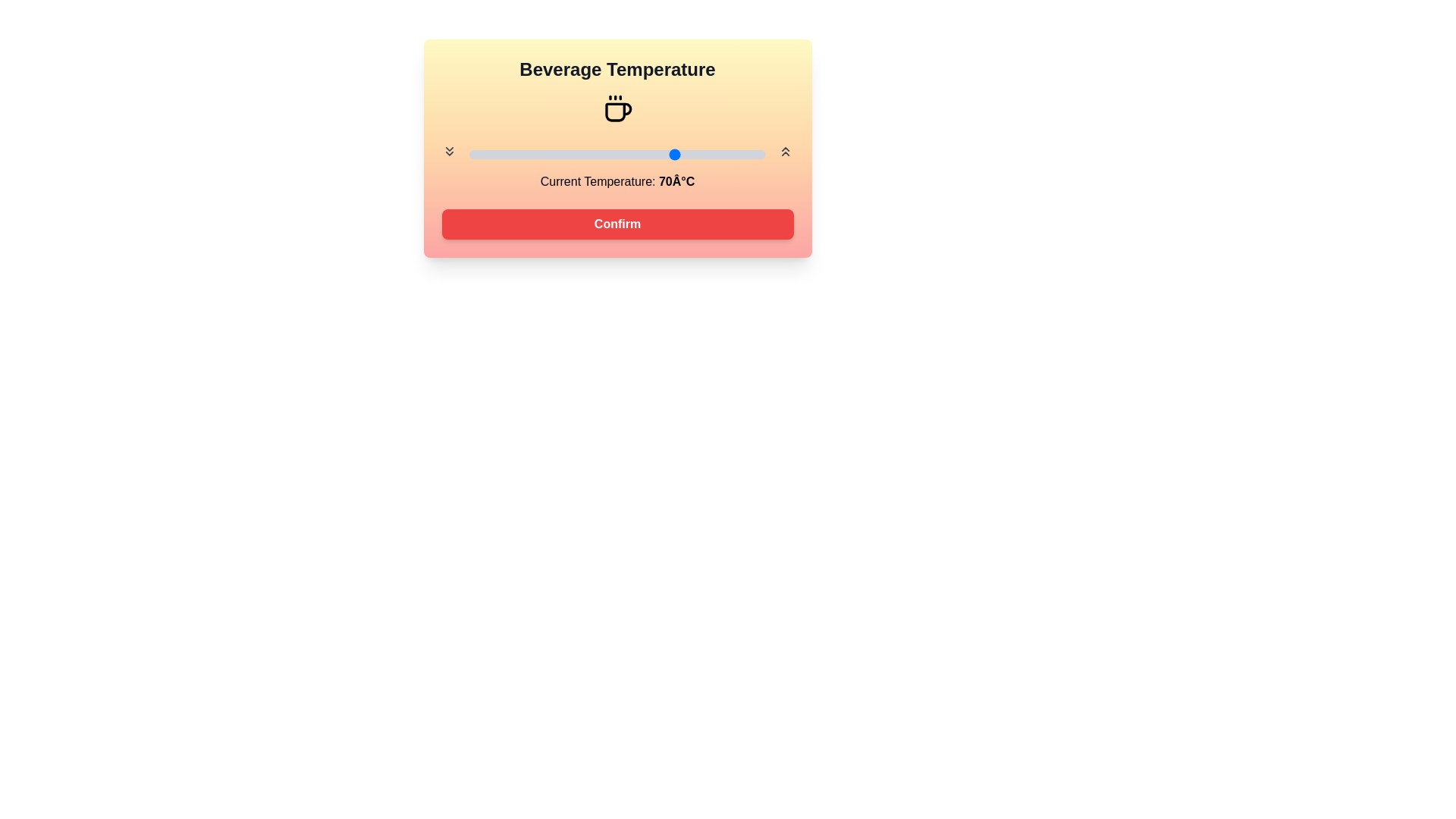  I want to click on the coffee icon to interact with it, so click(617, 108).